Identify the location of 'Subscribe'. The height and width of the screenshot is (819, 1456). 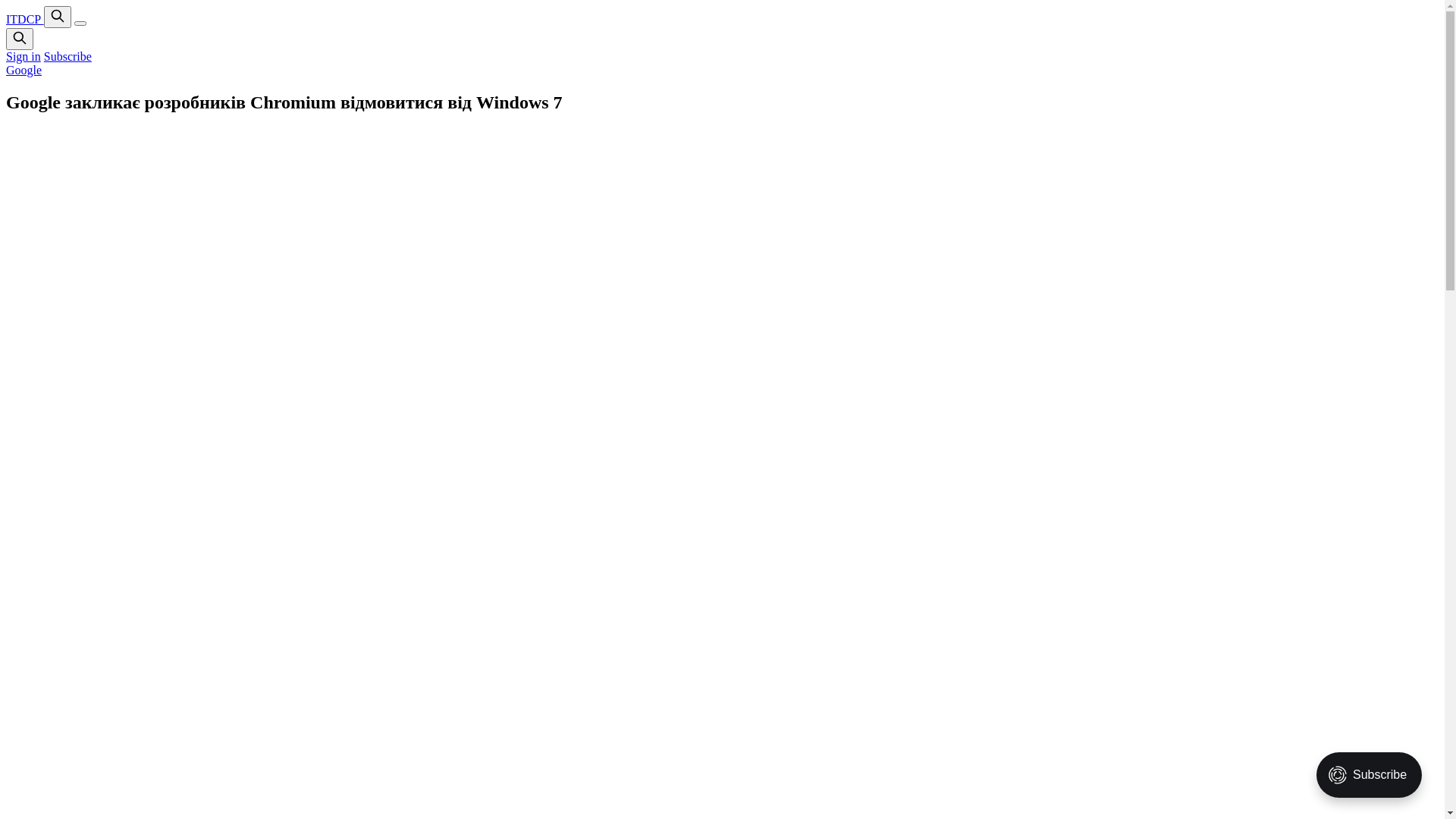
(67, 55).